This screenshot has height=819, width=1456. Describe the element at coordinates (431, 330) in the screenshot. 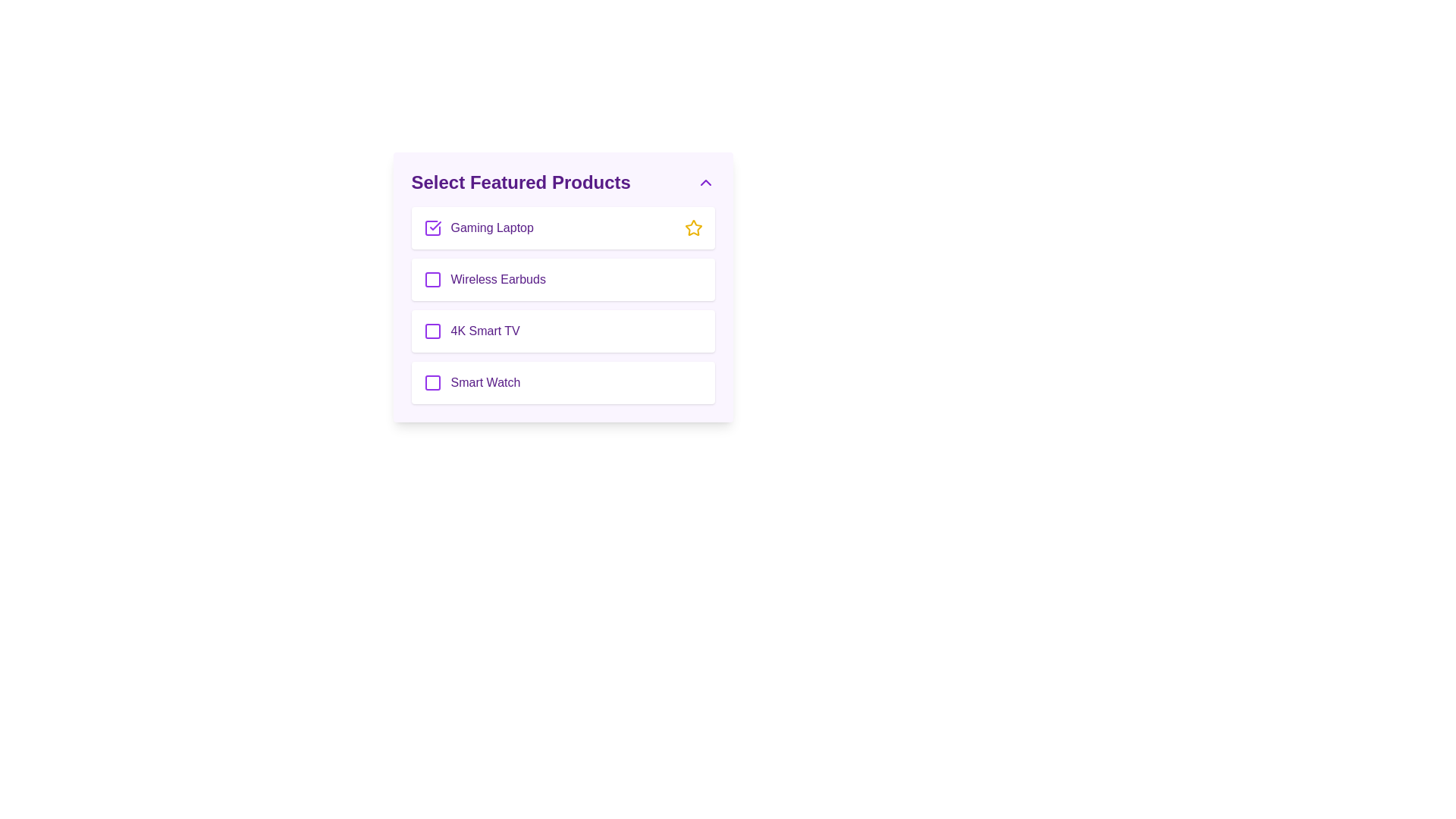

I see `the checkbox with a purple border and white interior located to the left of the '4K Smart TV' label` at that location.